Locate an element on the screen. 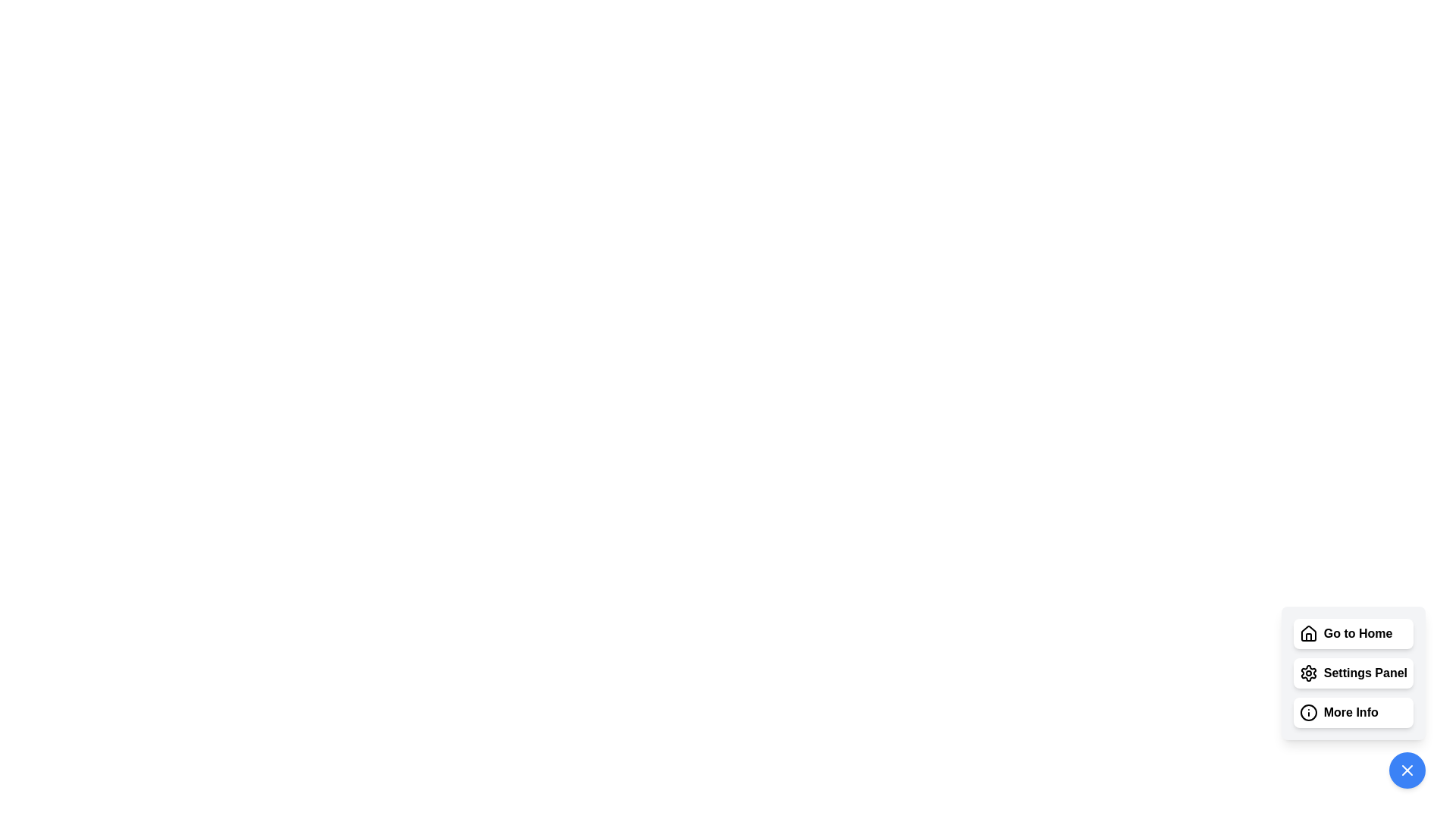  the 'More Info' button located at the bottom-right of the page is located at coordinates (1353, 698).